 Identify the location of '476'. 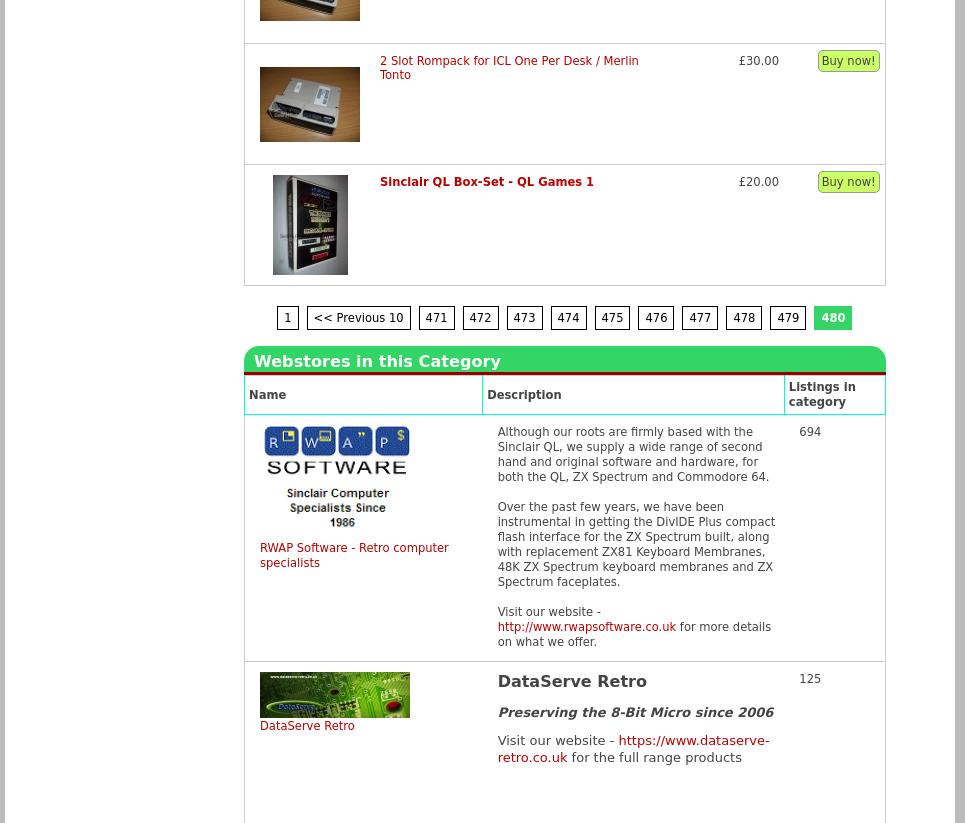
(645, 316).